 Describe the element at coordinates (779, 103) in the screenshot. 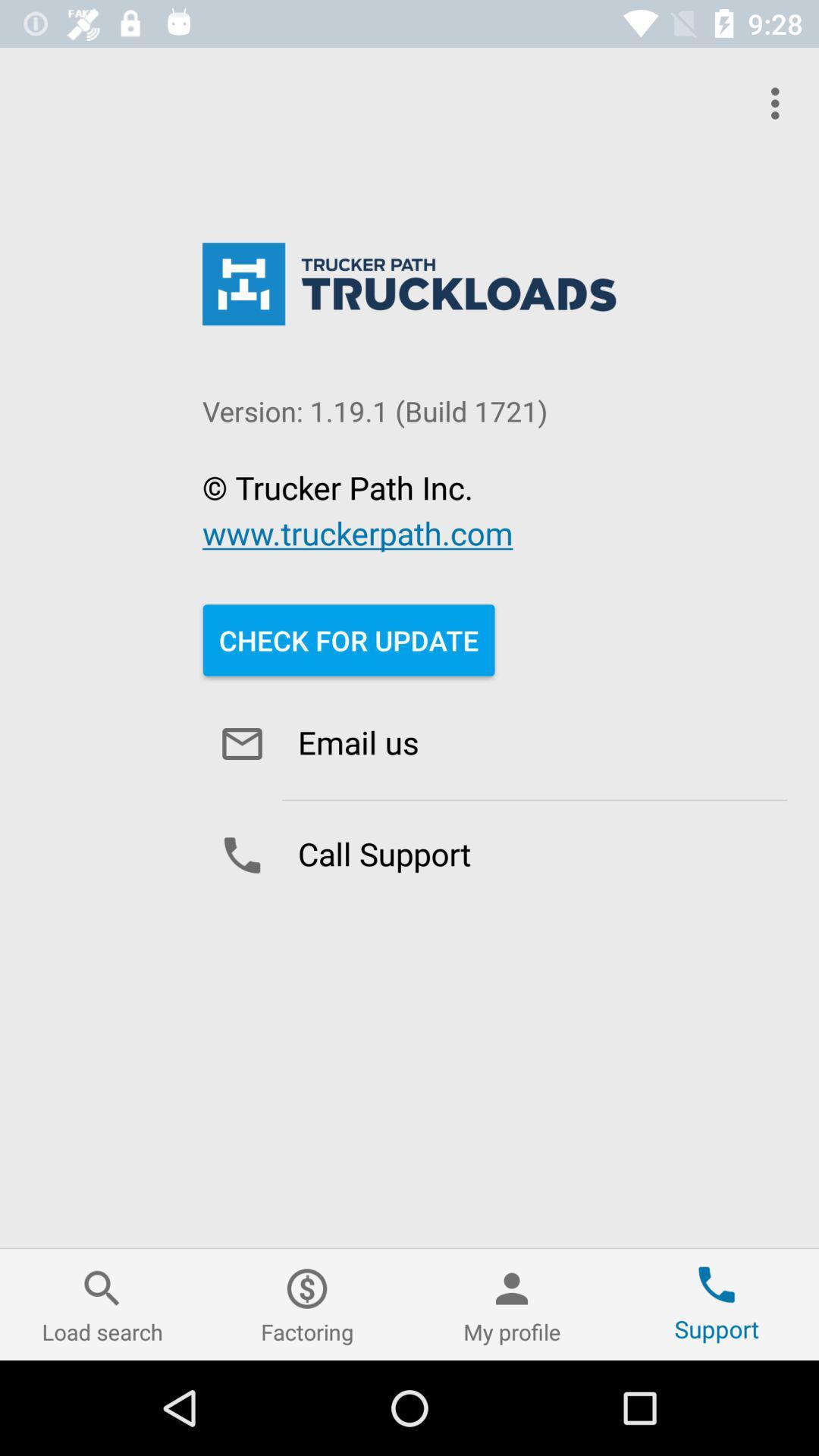

I see `the android menu icon in top` at that location.